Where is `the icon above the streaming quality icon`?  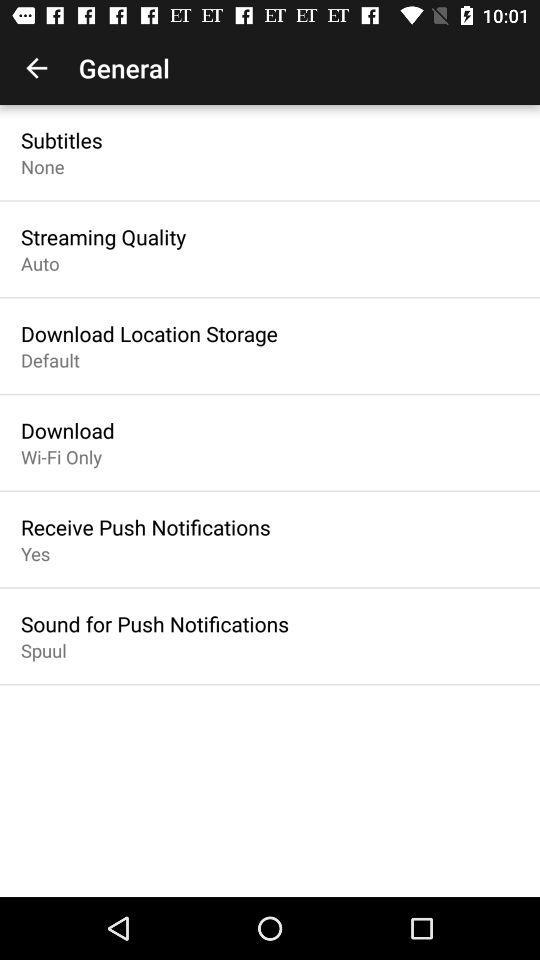 the icon above the streaming quality icon is located at coordinates (42, 165).